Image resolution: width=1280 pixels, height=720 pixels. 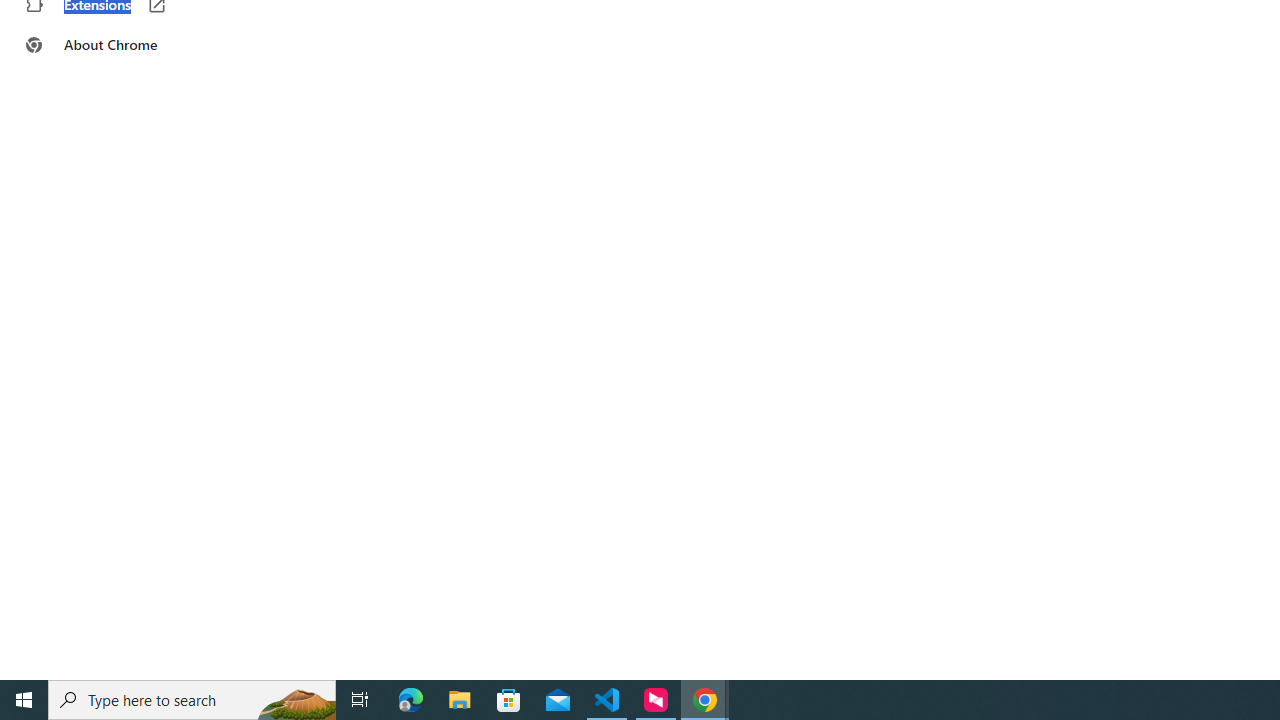 What do you see at coordinates (123, 45) in the screenshot?
I see `'About Chrome'` at bounding box center [123, 45].